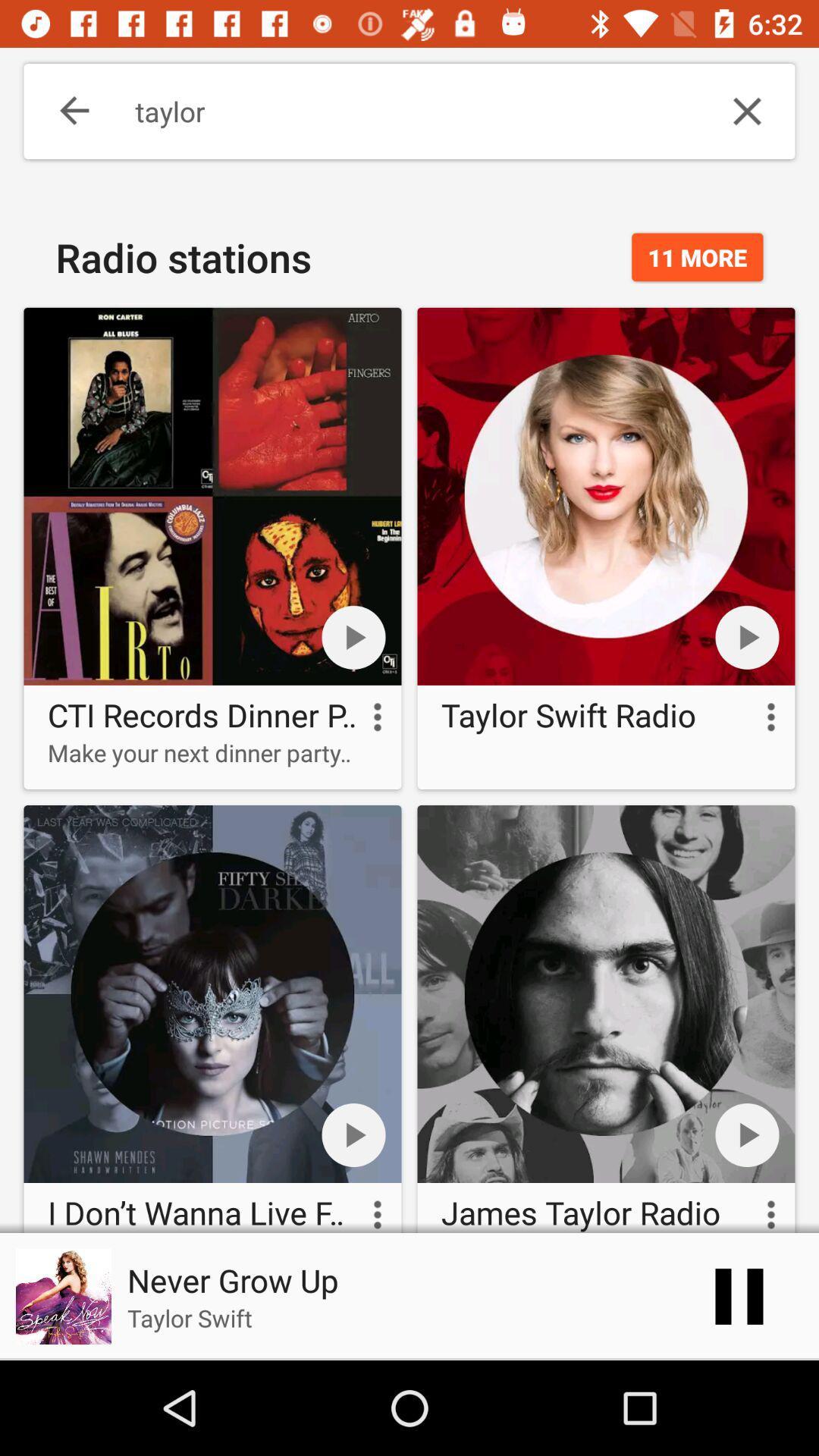 This screenshot has width=819, height=1456. Describe the element at coordinates (746, 111) in the screenshot. I see `the item next to taylor icon` at that location.